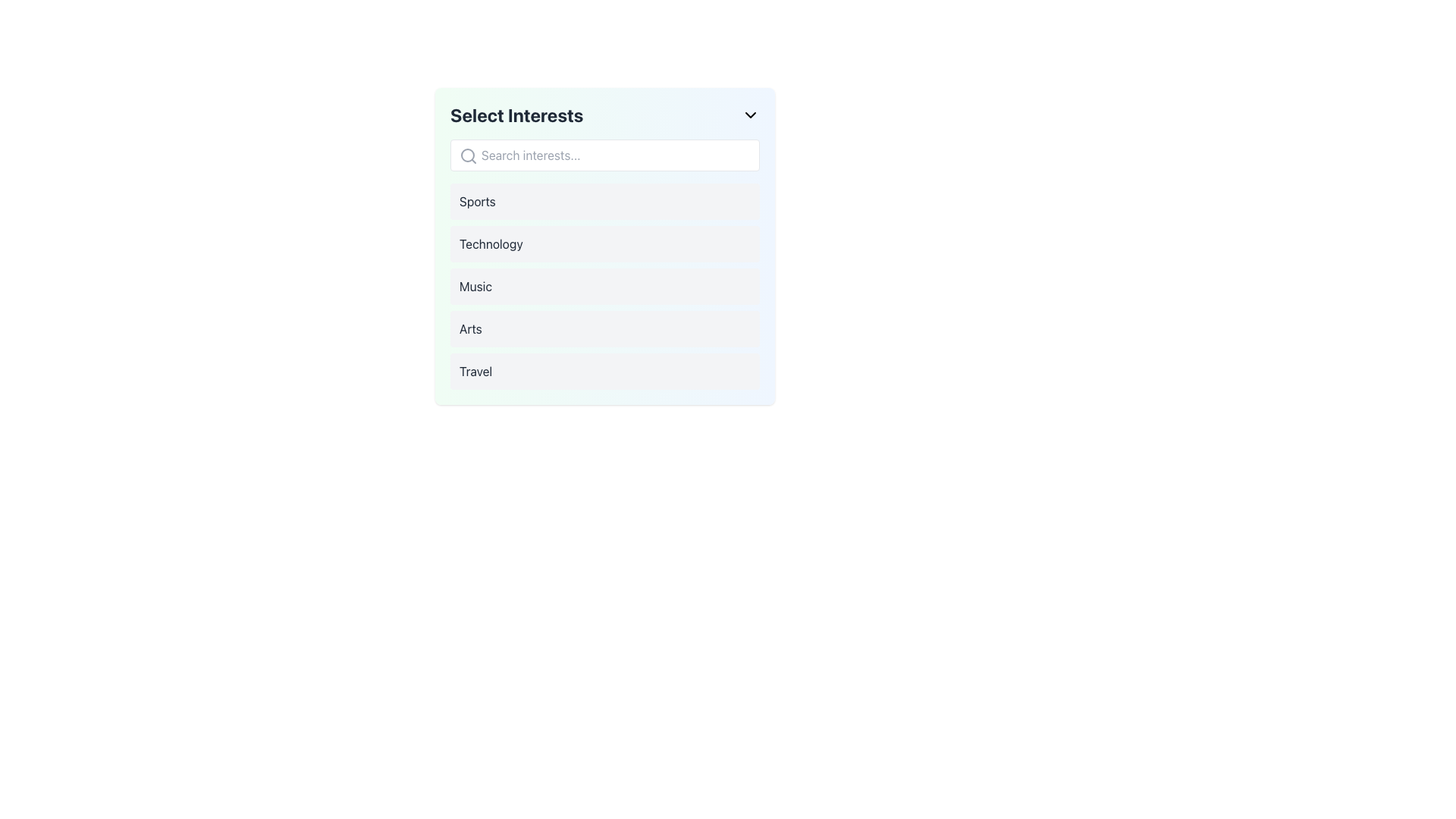  I want to click on the Chevron Icon located at the far right of the 'Select Interests' header, so click(750, 114).